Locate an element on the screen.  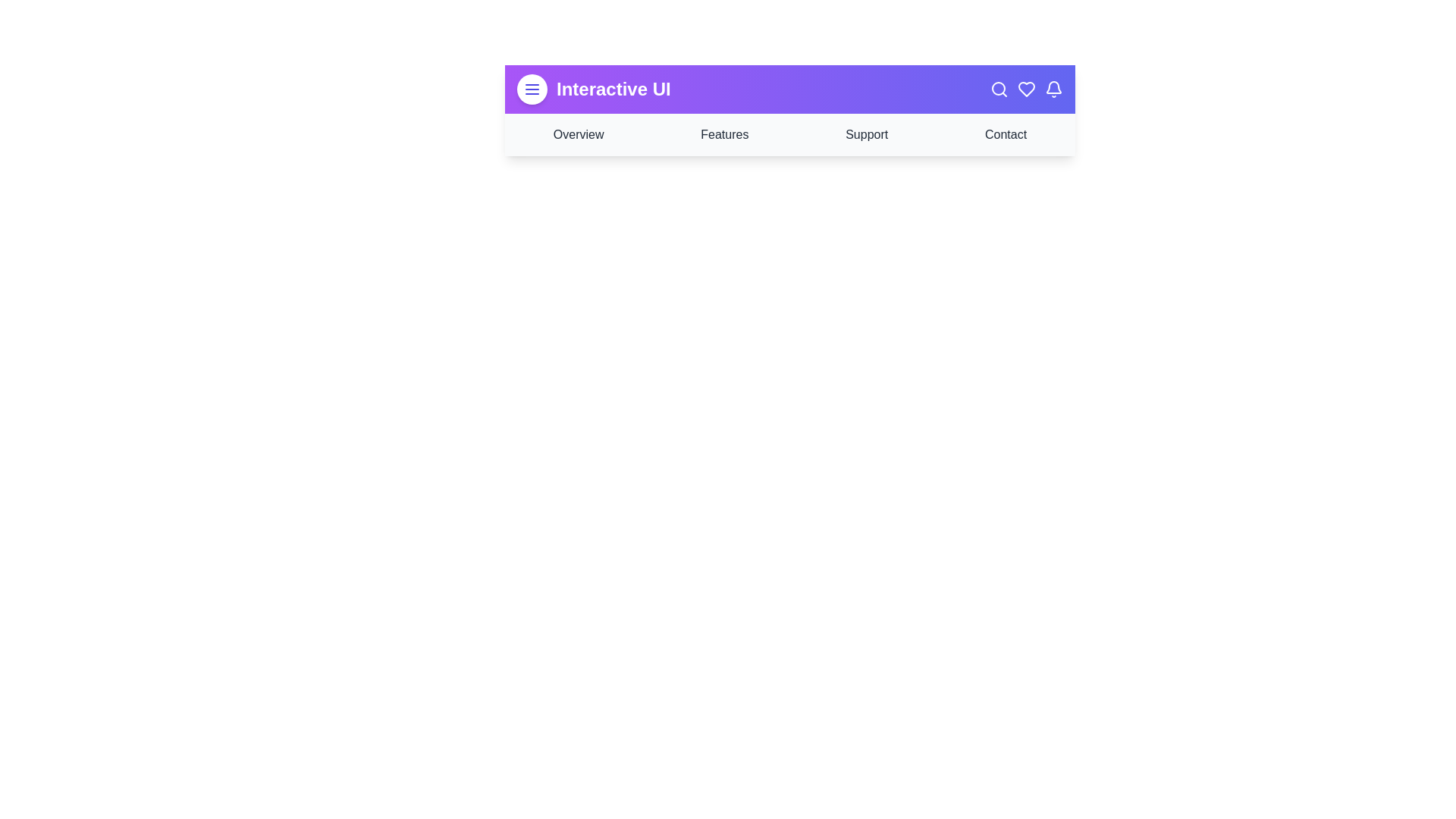
the heart icon in the app bar is located at coordinates (1026, 89).